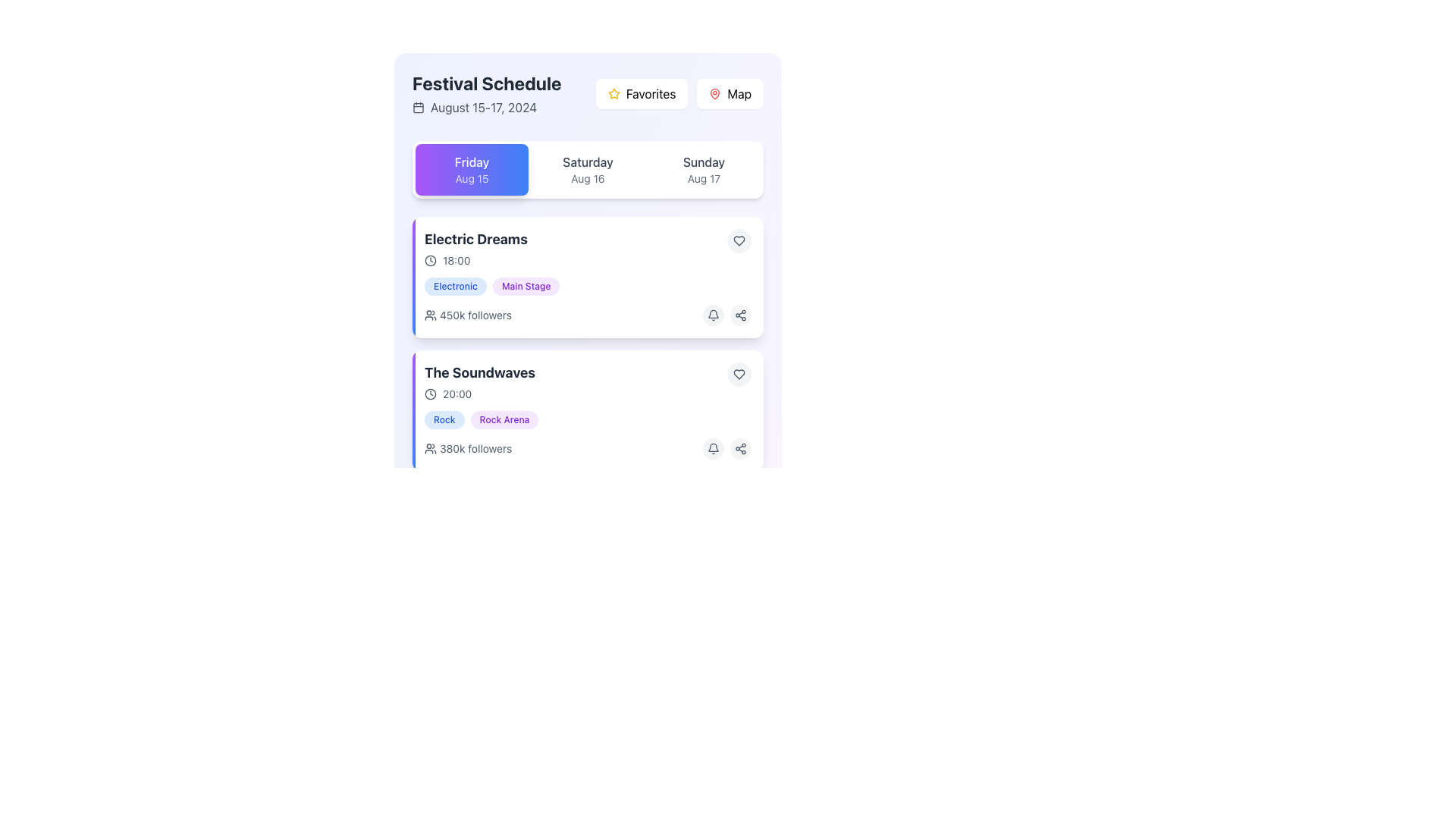  What do you see at coordinates (454, 287) in the screenshot?
I see `the blue 'Electronic' tag label` at bounding box center [454, 287].